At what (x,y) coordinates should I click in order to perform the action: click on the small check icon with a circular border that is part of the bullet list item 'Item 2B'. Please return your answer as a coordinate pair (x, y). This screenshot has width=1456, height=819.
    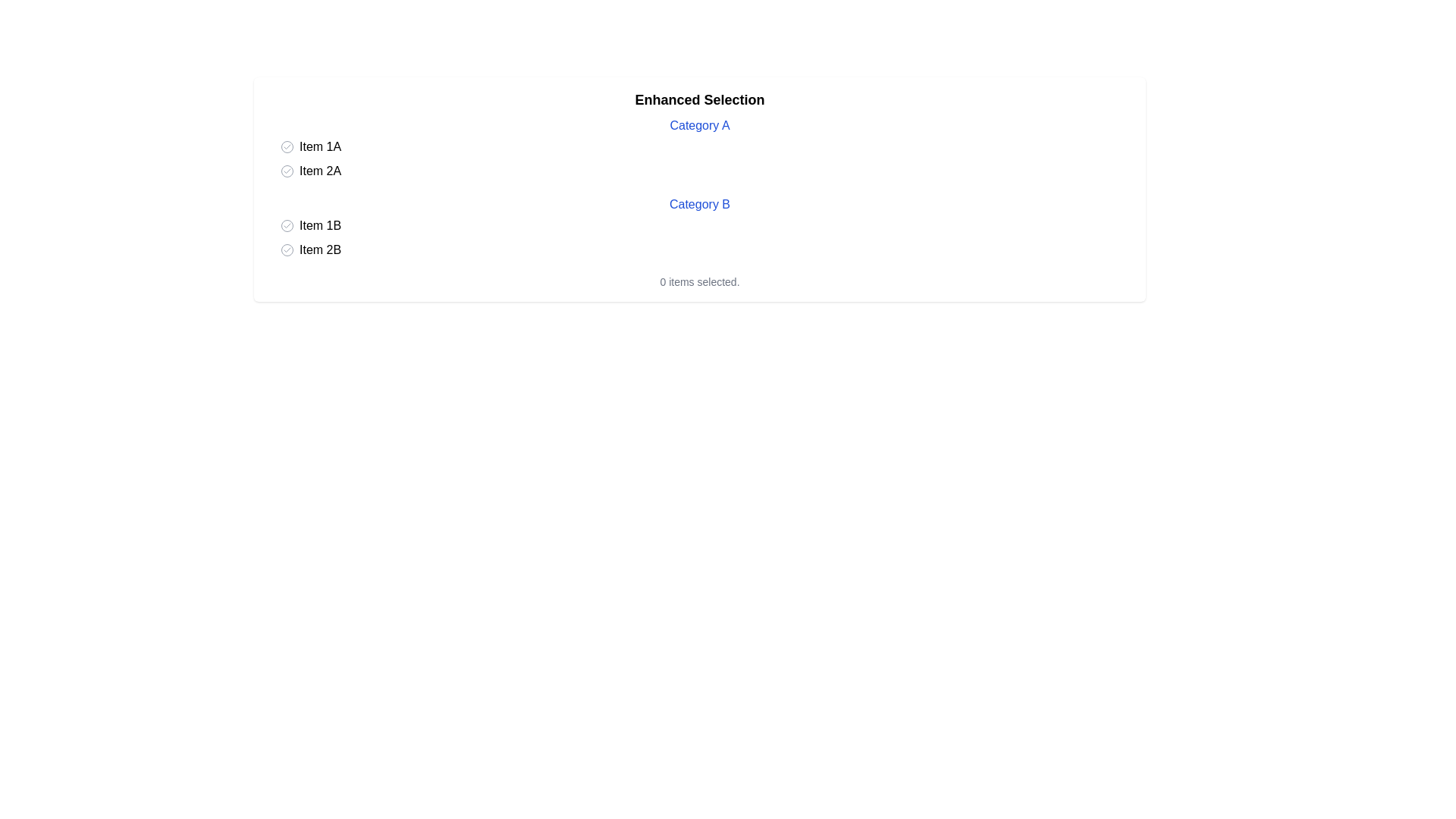
    Looking at the image, I should click on (287, 249).